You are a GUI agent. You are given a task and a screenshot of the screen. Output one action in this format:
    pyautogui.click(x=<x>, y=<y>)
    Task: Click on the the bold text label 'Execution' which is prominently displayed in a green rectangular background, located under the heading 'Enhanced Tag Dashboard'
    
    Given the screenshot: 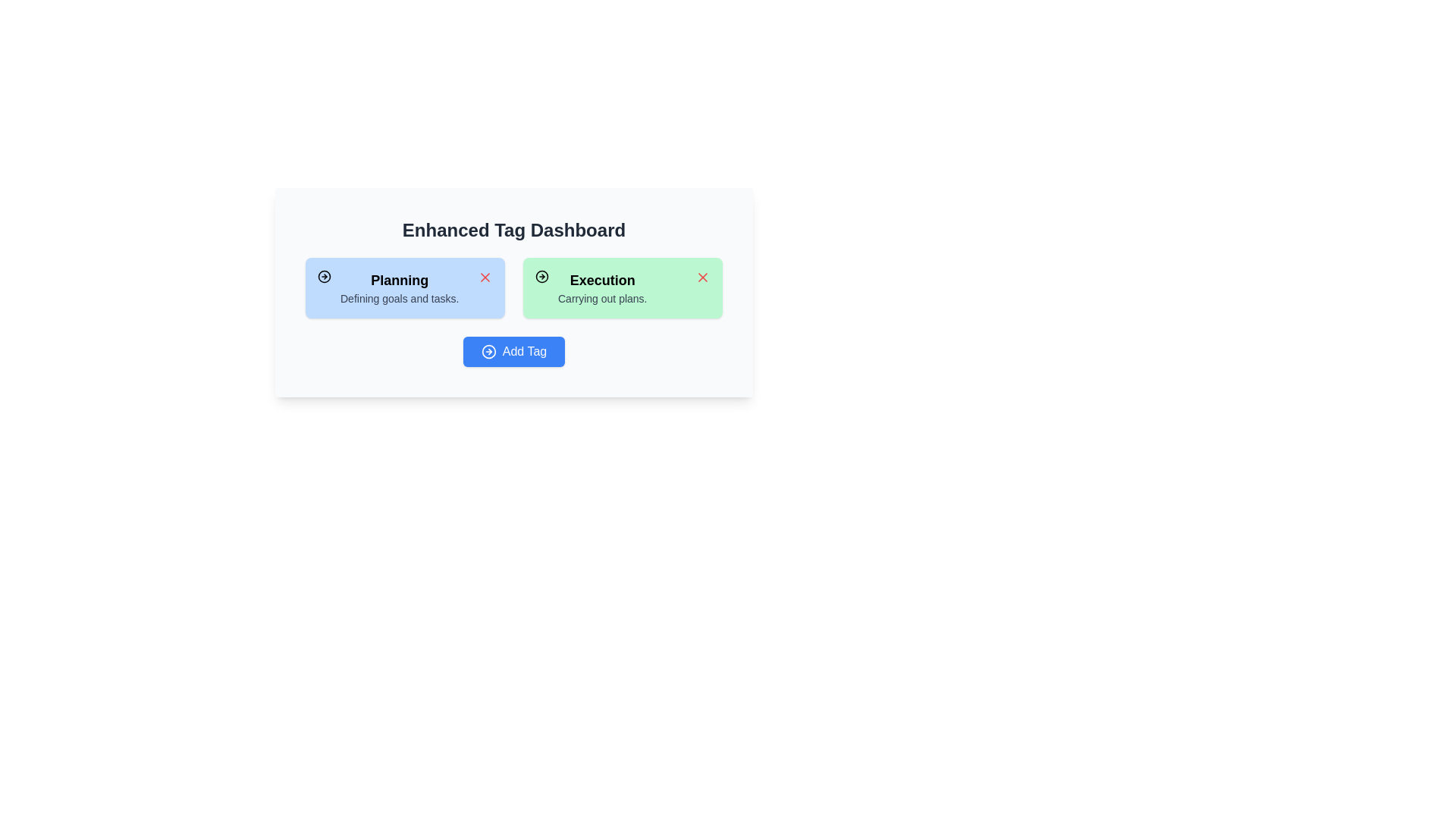 What is the action you would take?
    pyautogui.click(x=601, y=281)
    